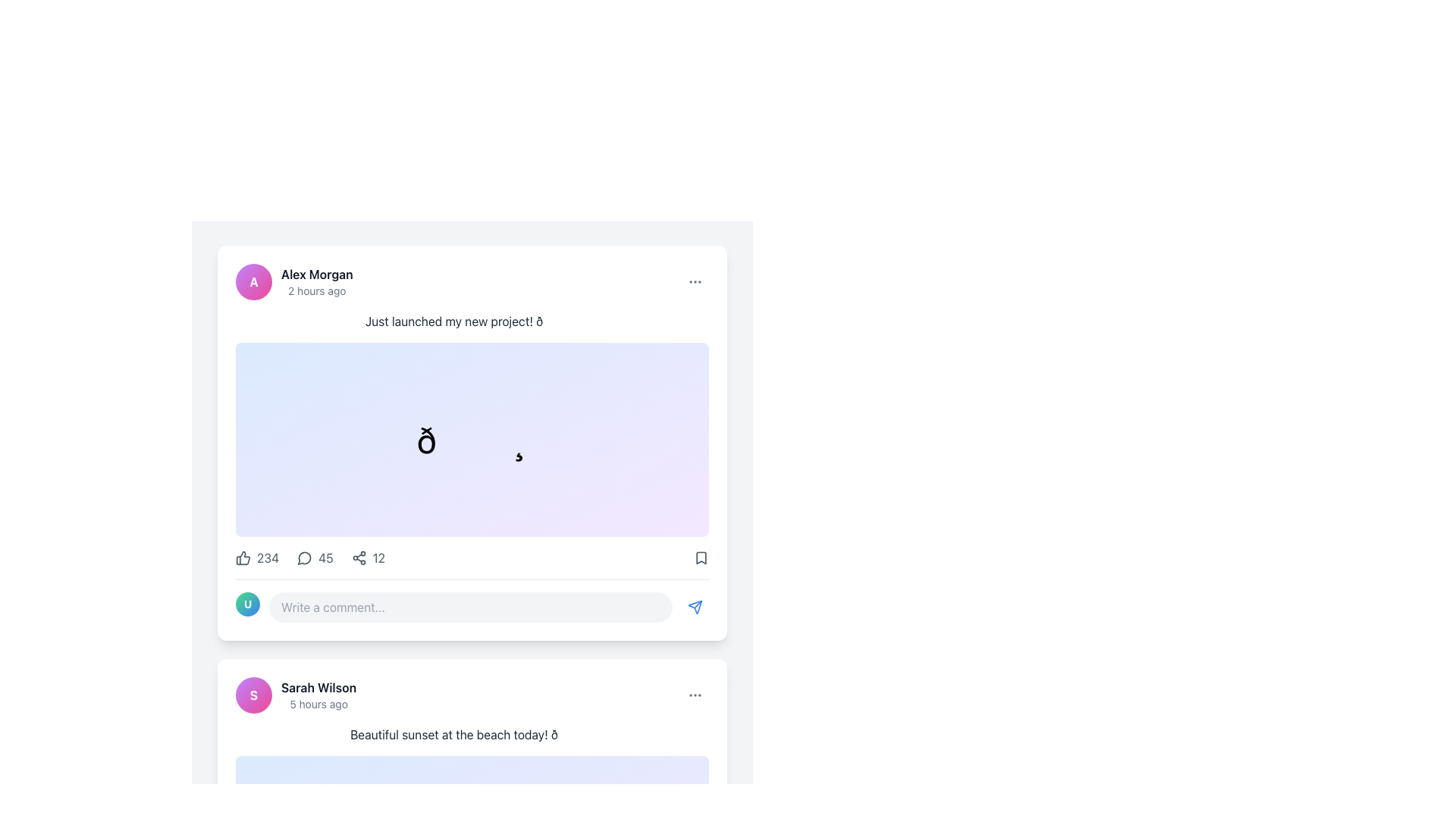 The image size is (1456, 819). Describe the element at coordinates (318, 704) in the screenshot. I see `timestamp displayed in a smaller, grey-colored font that shows '5 hours ago', located below 'Sarah Wilson' in the bottom-left corner of the comment area` at that location.